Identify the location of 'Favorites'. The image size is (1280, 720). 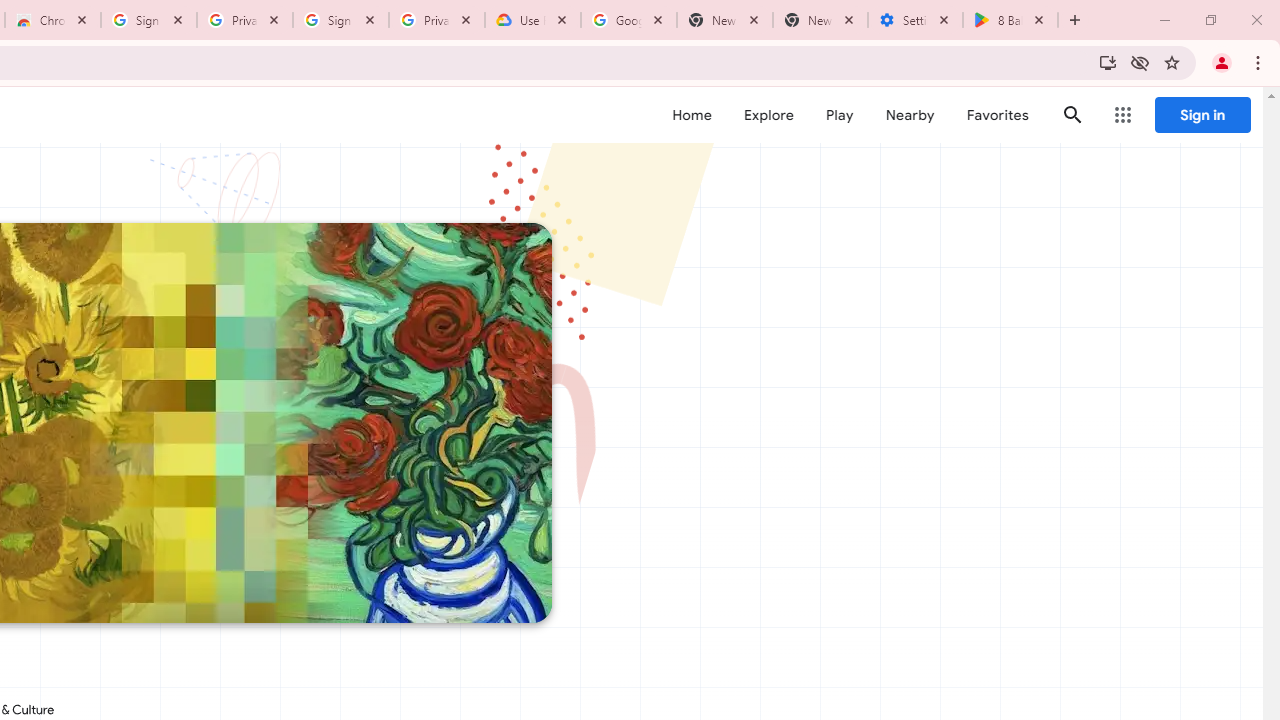
(997, 115).